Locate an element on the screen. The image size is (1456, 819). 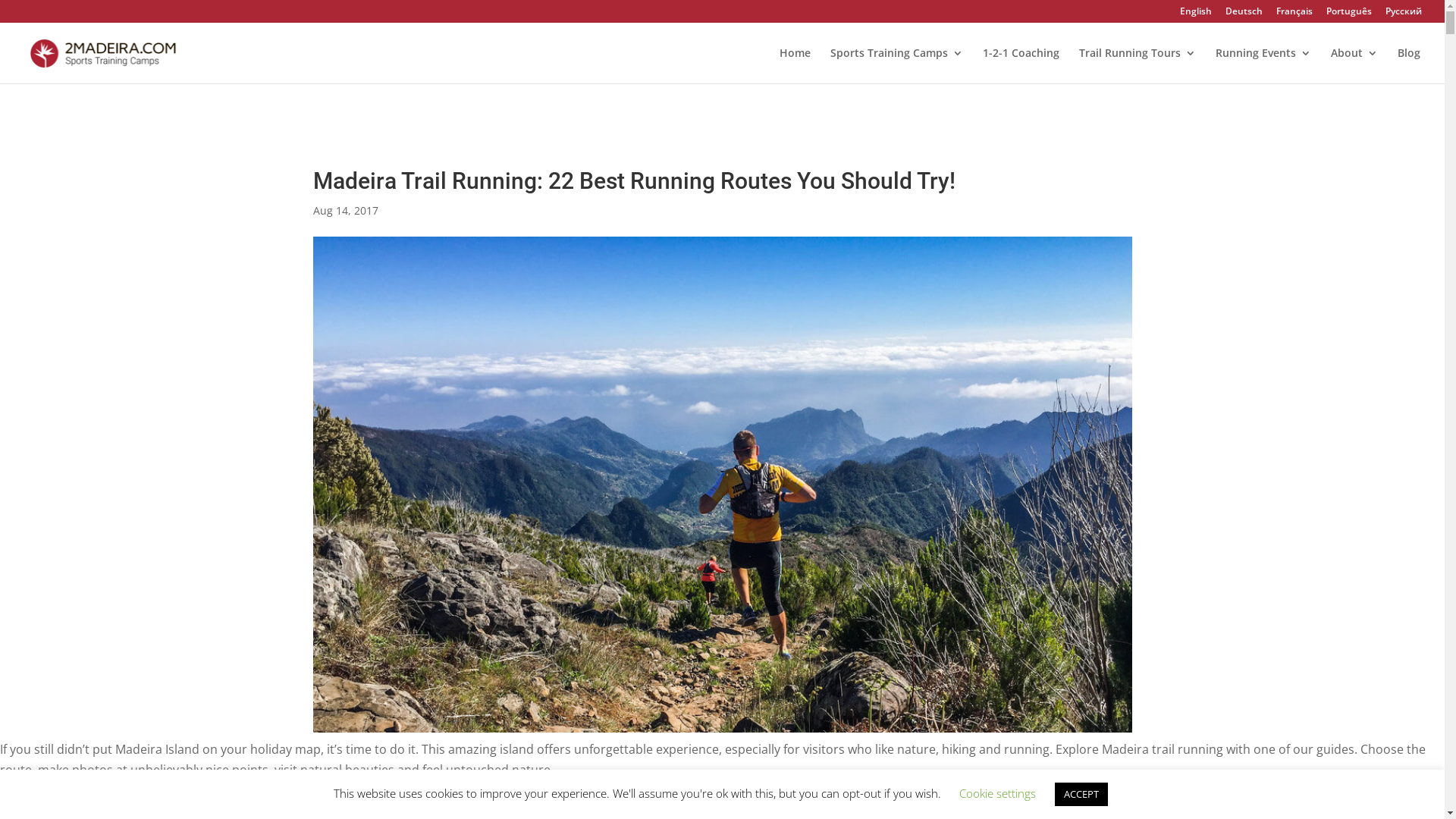
'Blog' is located at coordinates (1407, 64).